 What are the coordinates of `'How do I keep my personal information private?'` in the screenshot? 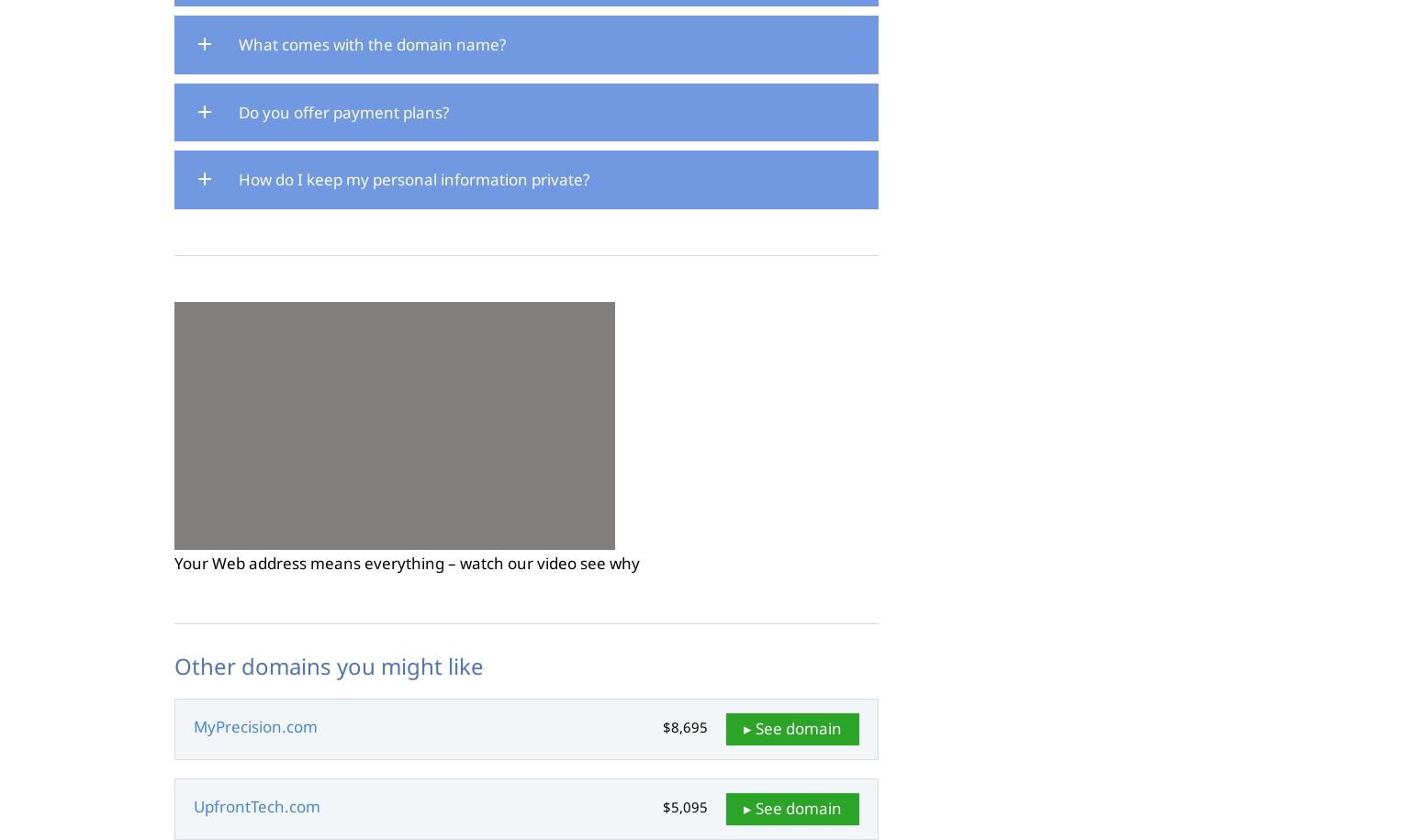 It's located at (414, 178).